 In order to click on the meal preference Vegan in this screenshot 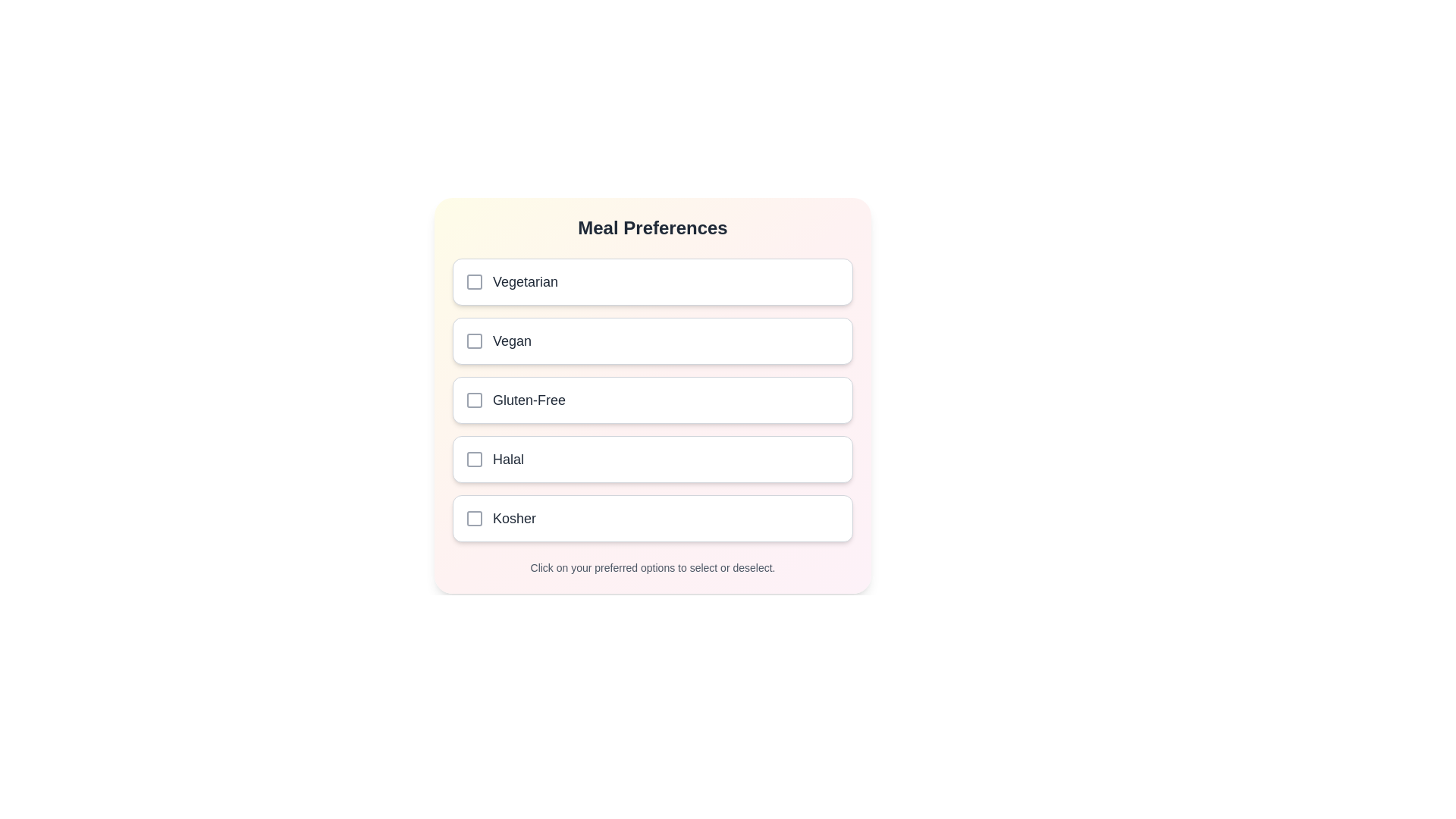, I will do `click(652, 341)`.